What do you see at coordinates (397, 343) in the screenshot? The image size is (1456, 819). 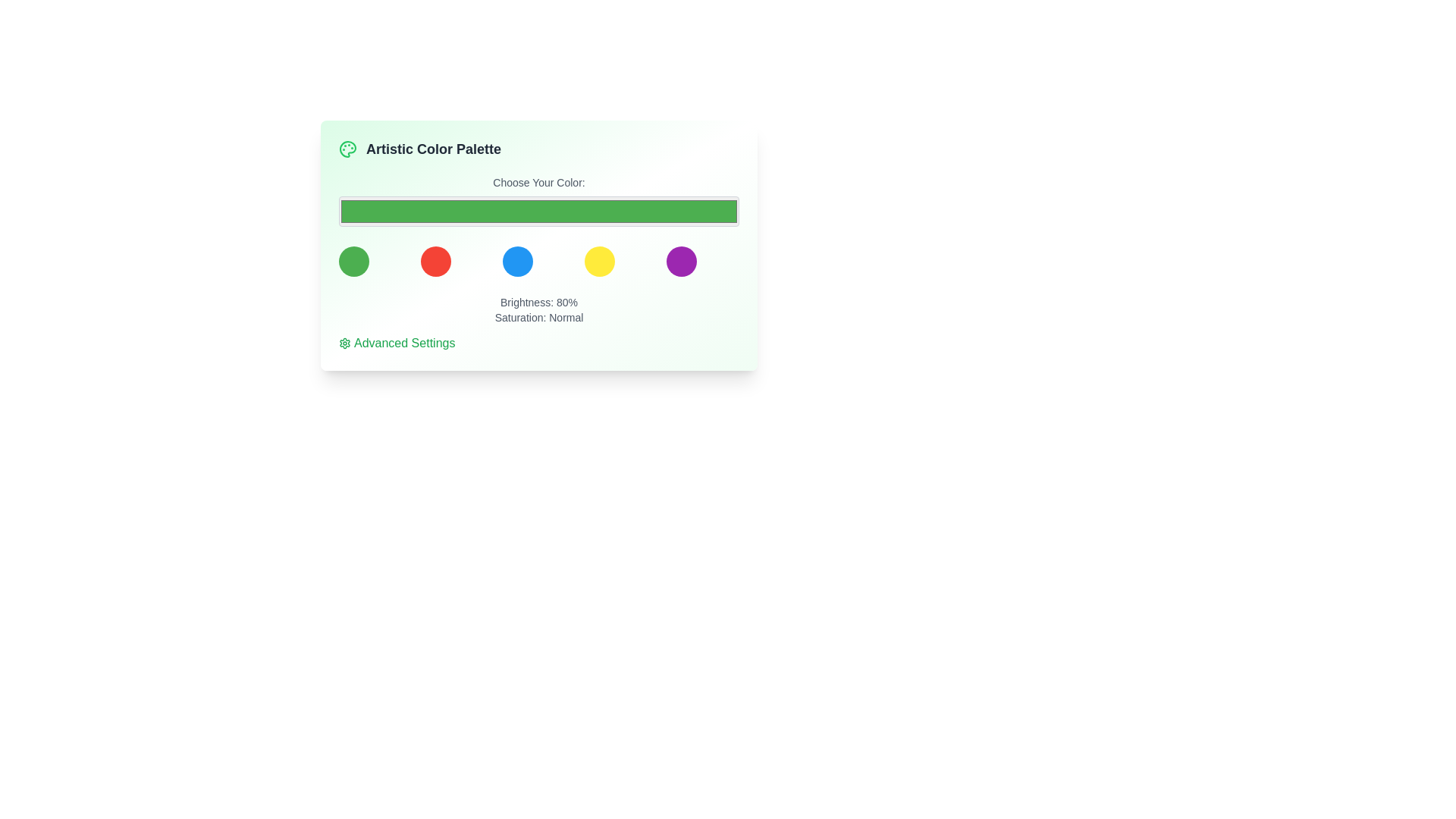 I see `the 'Advanced Settings' link with green text and gear icon located at the bottom-left corner of the 'Artistic Color Palette' box, following 'Brightness: 80%' and 'Saturation: Normal'` at bounding box center [397, 343].